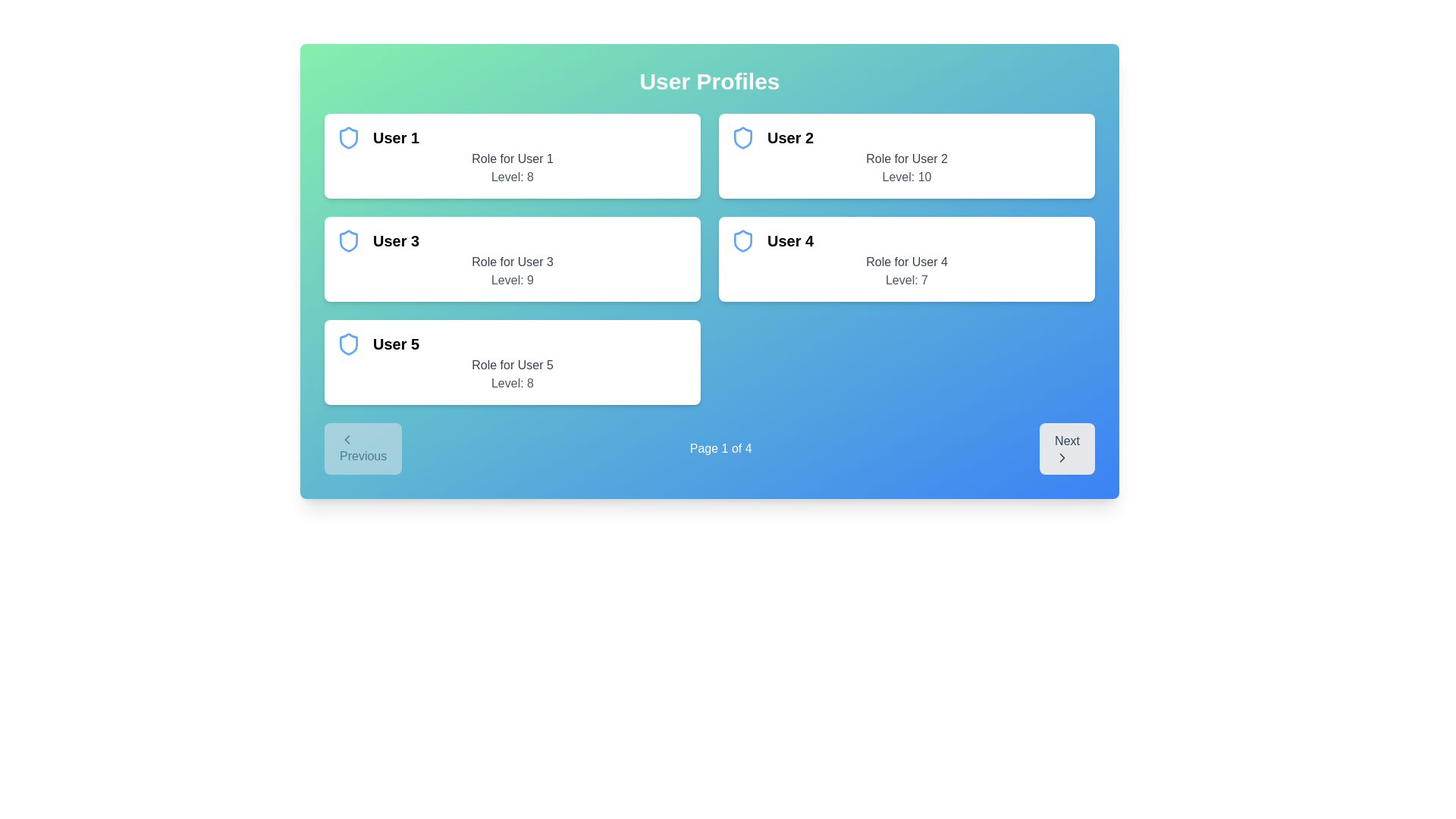 Image resolution: width=1456 pixels, height=819 pixels. I want to click on the second user profile card in the top row of the grid layout, so click(906, 155).